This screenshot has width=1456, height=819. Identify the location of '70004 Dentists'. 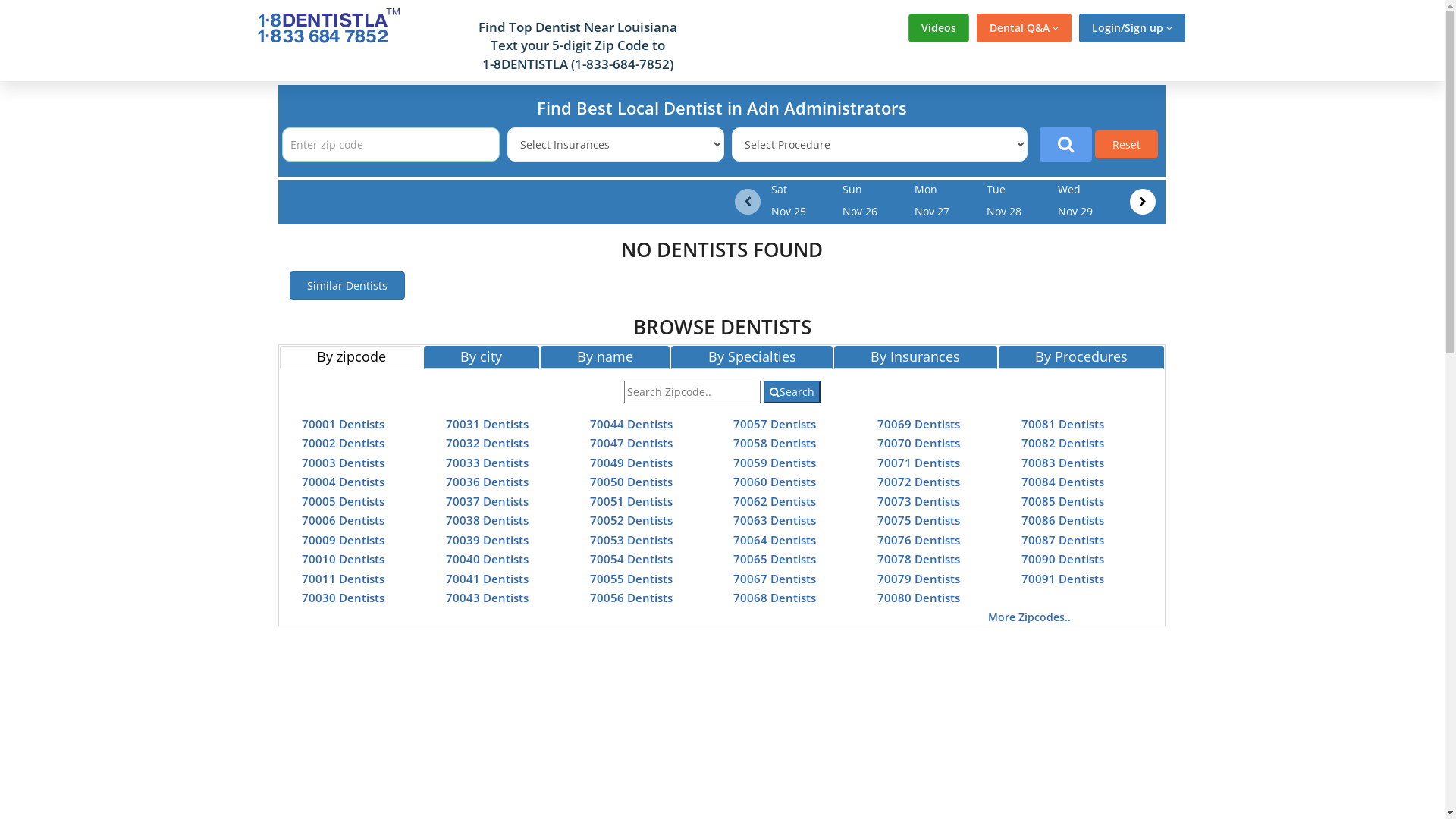
(302, 482).